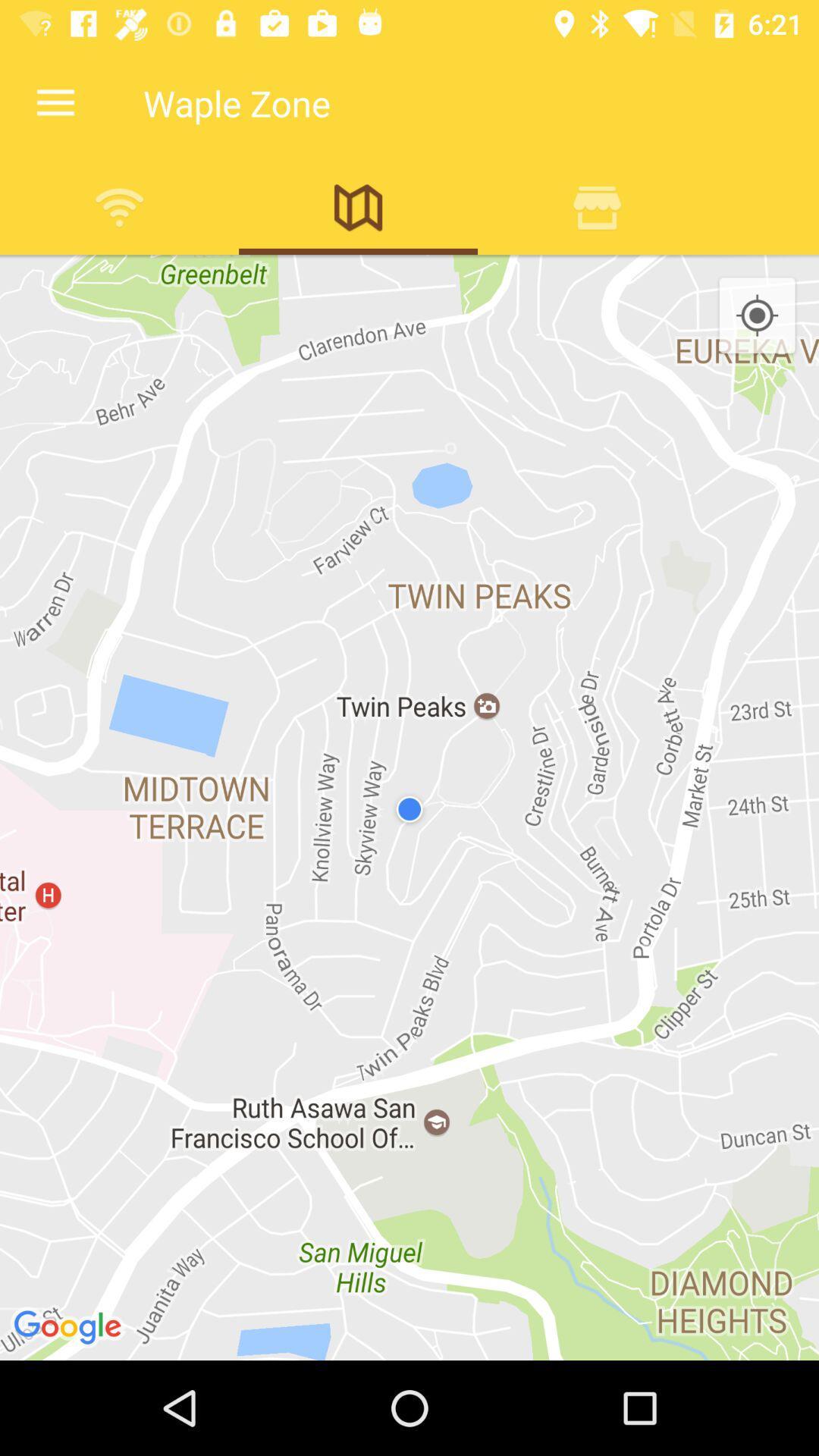 The width and height of the screenshot is (819, 1456). What do you see at coordinates (358, 206) in the screenshot?
I see `map` at bounding box center [358, 206].